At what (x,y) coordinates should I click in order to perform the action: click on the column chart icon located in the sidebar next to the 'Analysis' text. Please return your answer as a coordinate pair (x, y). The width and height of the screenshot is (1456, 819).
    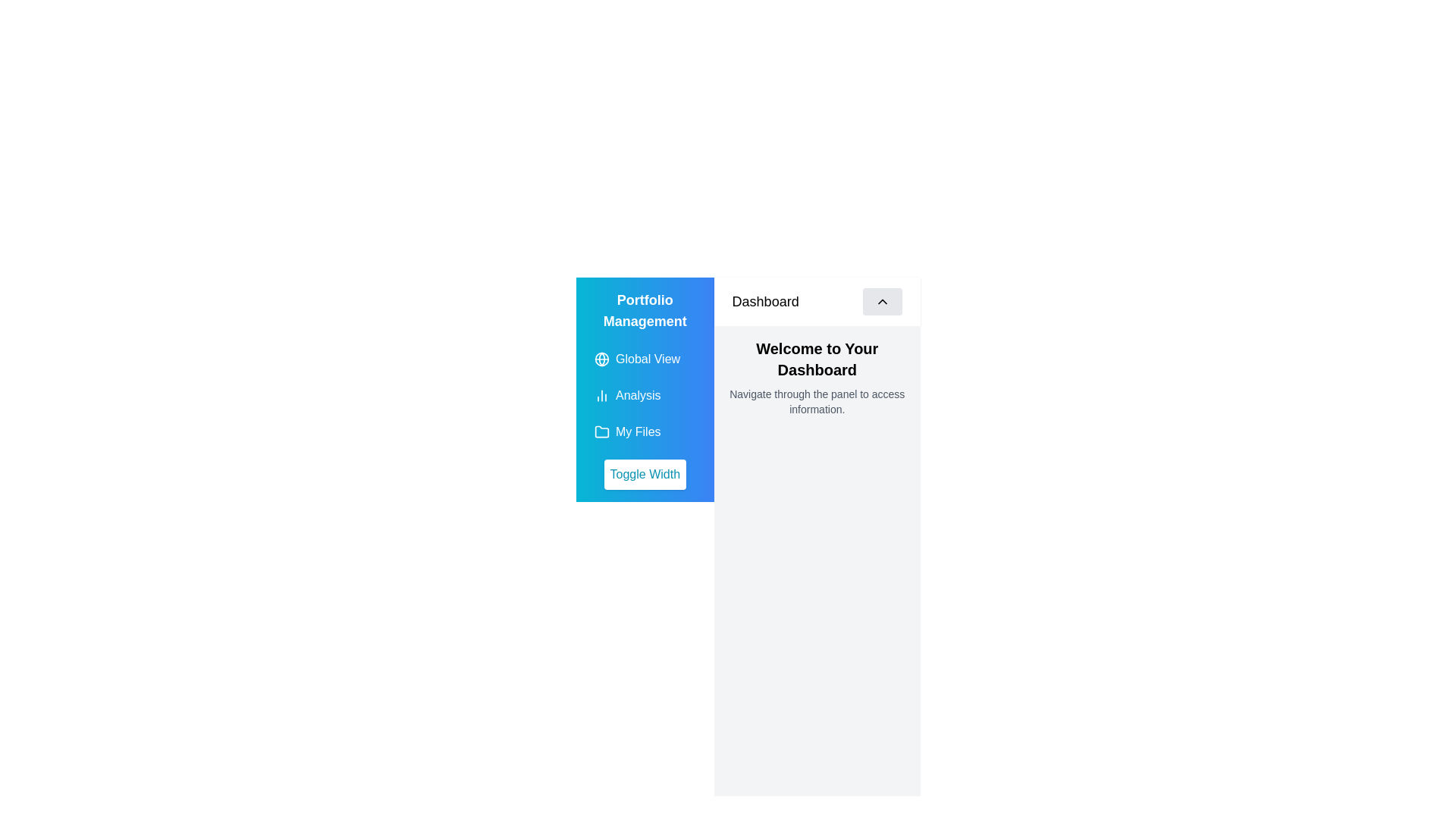
    Looking at the image, I should click on (601, 394).